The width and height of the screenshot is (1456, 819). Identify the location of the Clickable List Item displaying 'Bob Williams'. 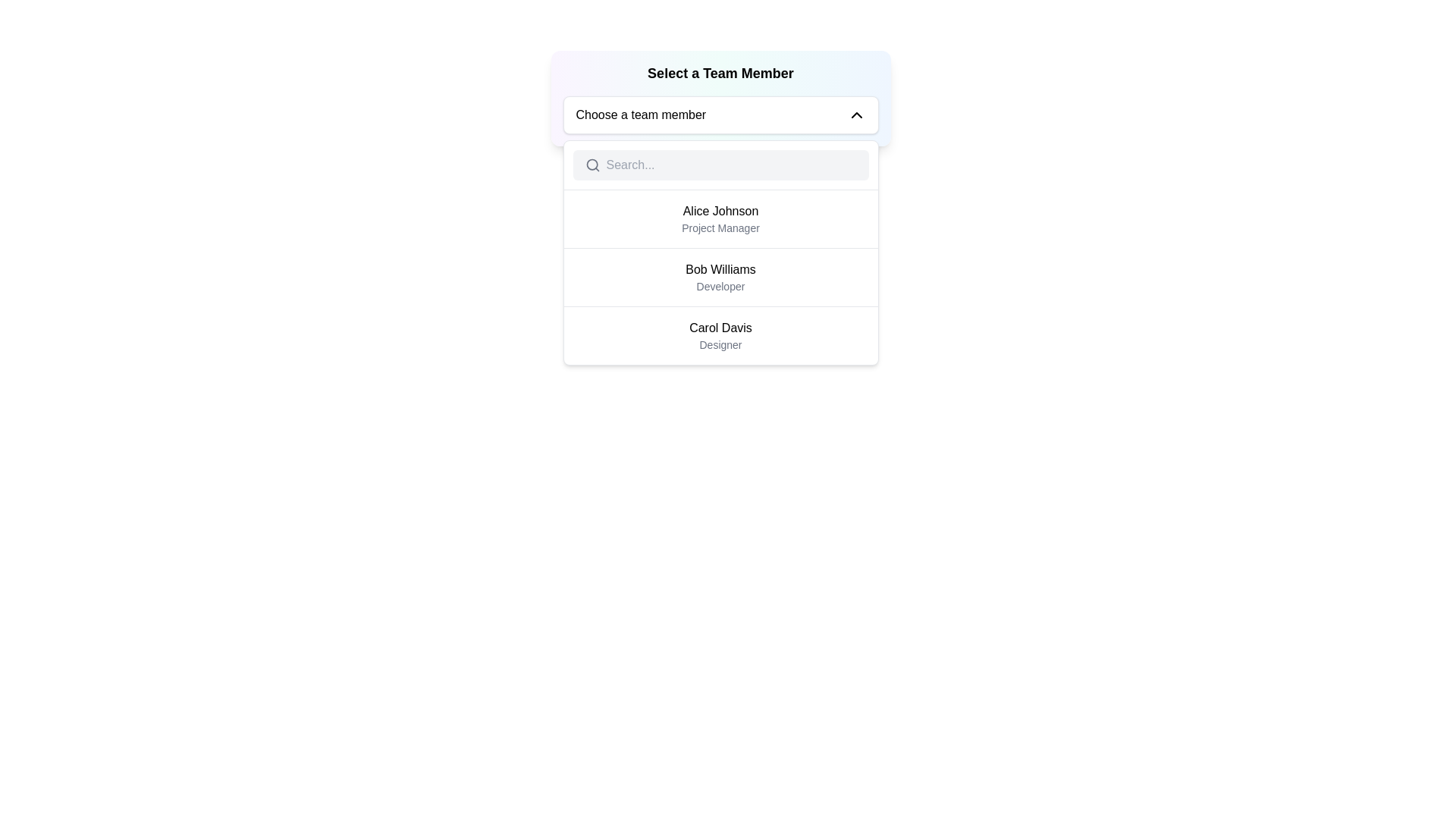
(720, 278).